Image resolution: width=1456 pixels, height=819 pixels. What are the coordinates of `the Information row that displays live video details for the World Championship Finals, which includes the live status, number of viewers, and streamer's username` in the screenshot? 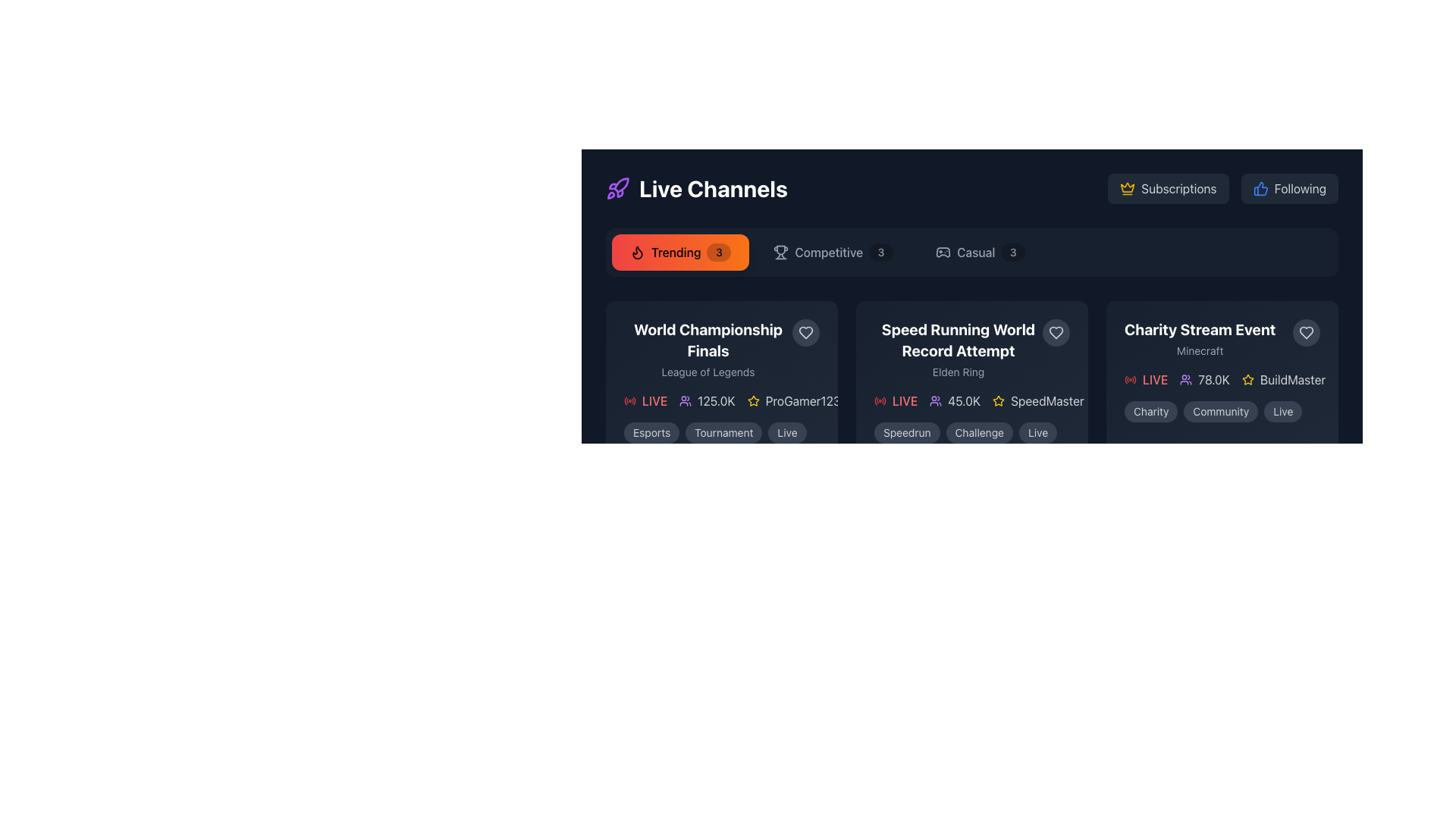 It's located at (720, 400).